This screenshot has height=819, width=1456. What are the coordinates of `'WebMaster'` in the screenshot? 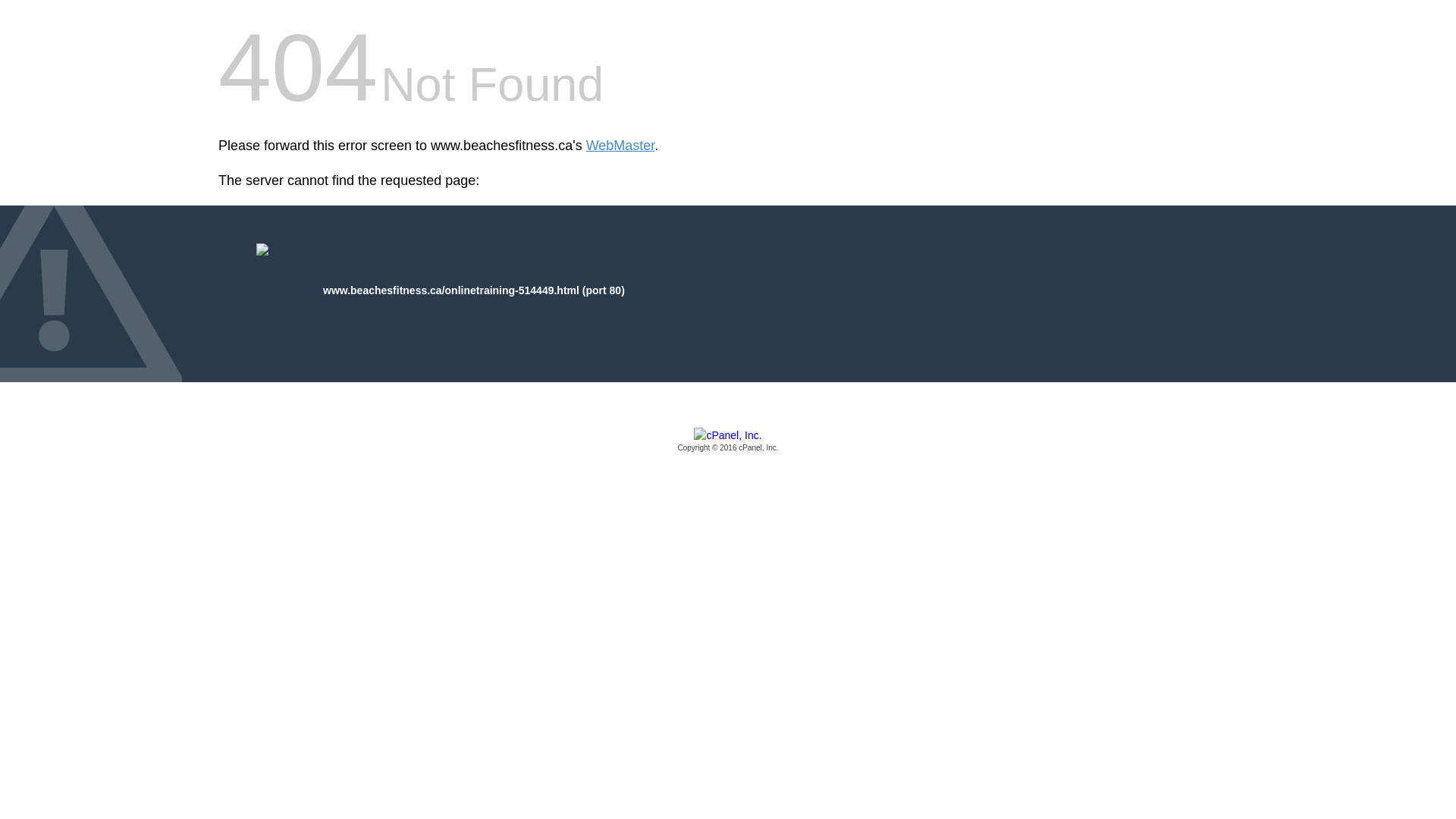 It's located at (620, 146).